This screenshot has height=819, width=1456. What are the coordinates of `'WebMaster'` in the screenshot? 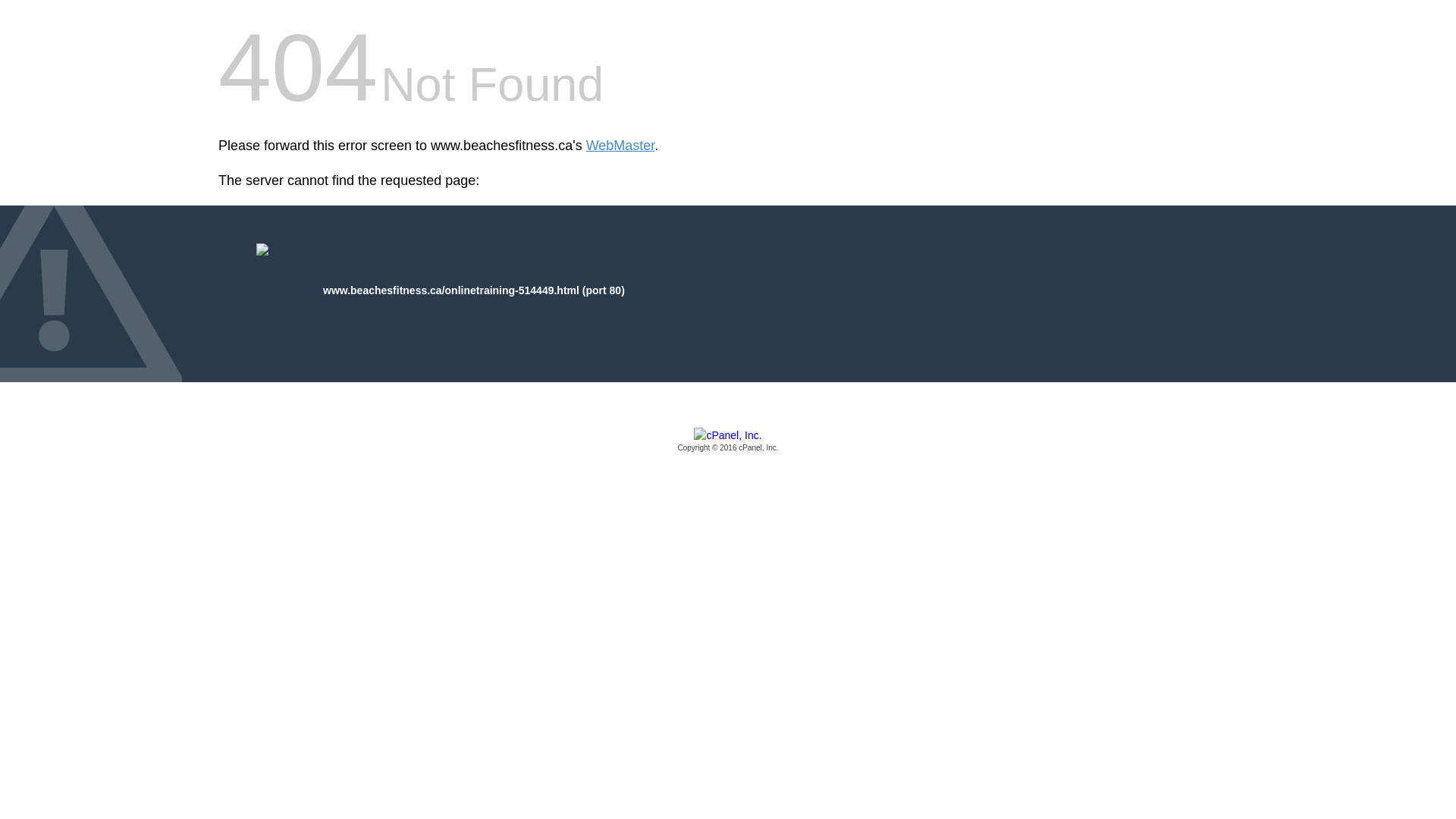 It's located at (620, 146).